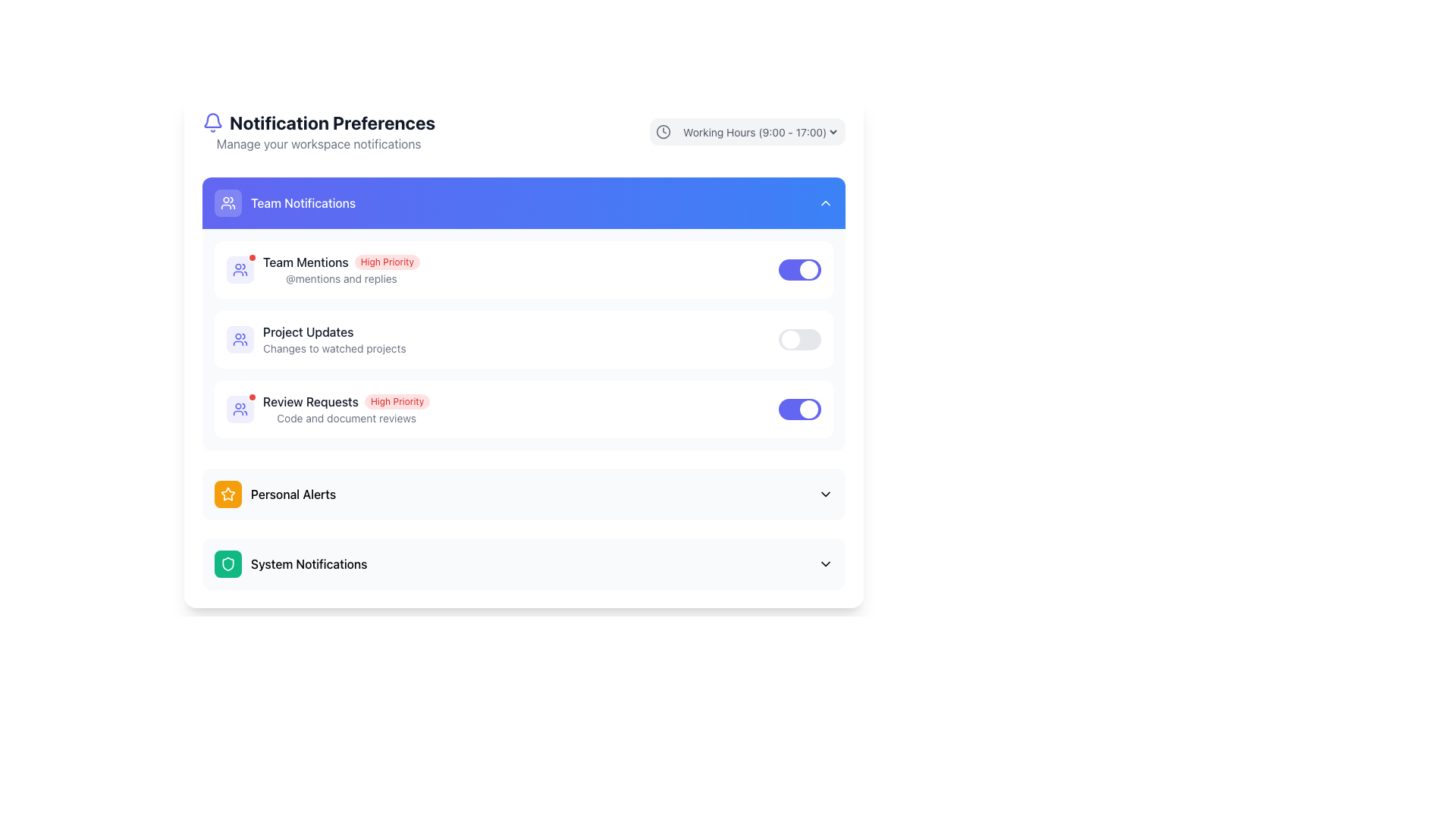 The width and height of the screenshot is (1456, 819). Describe the element at coordinates (227, 494) in the screenshot. I see `the star icon with an orange outline and white fill located in the 'Personal Alerts' section of the notifications preferences menu` at that location.